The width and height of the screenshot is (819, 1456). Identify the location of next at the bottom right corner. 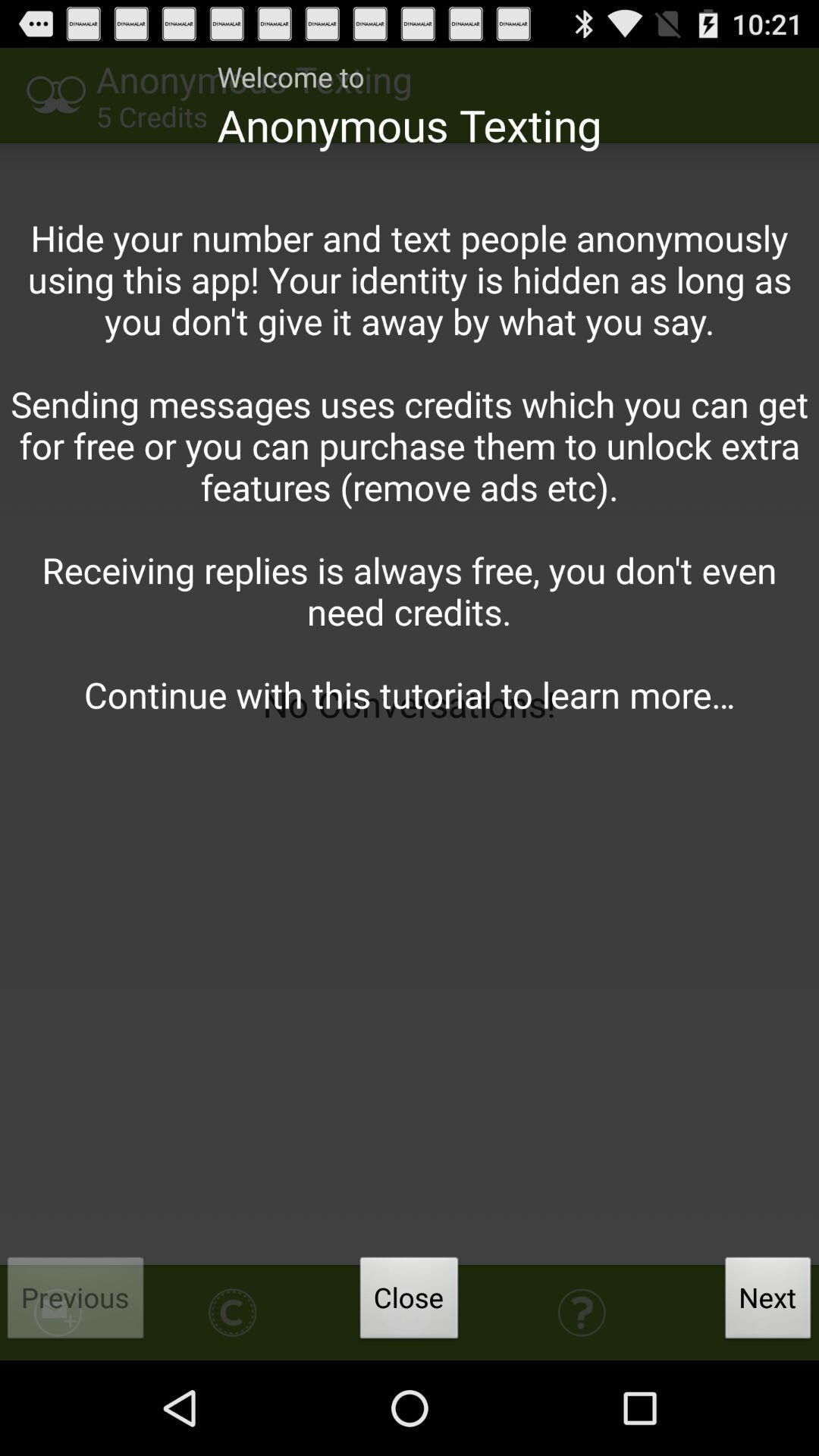
(768, 1301).